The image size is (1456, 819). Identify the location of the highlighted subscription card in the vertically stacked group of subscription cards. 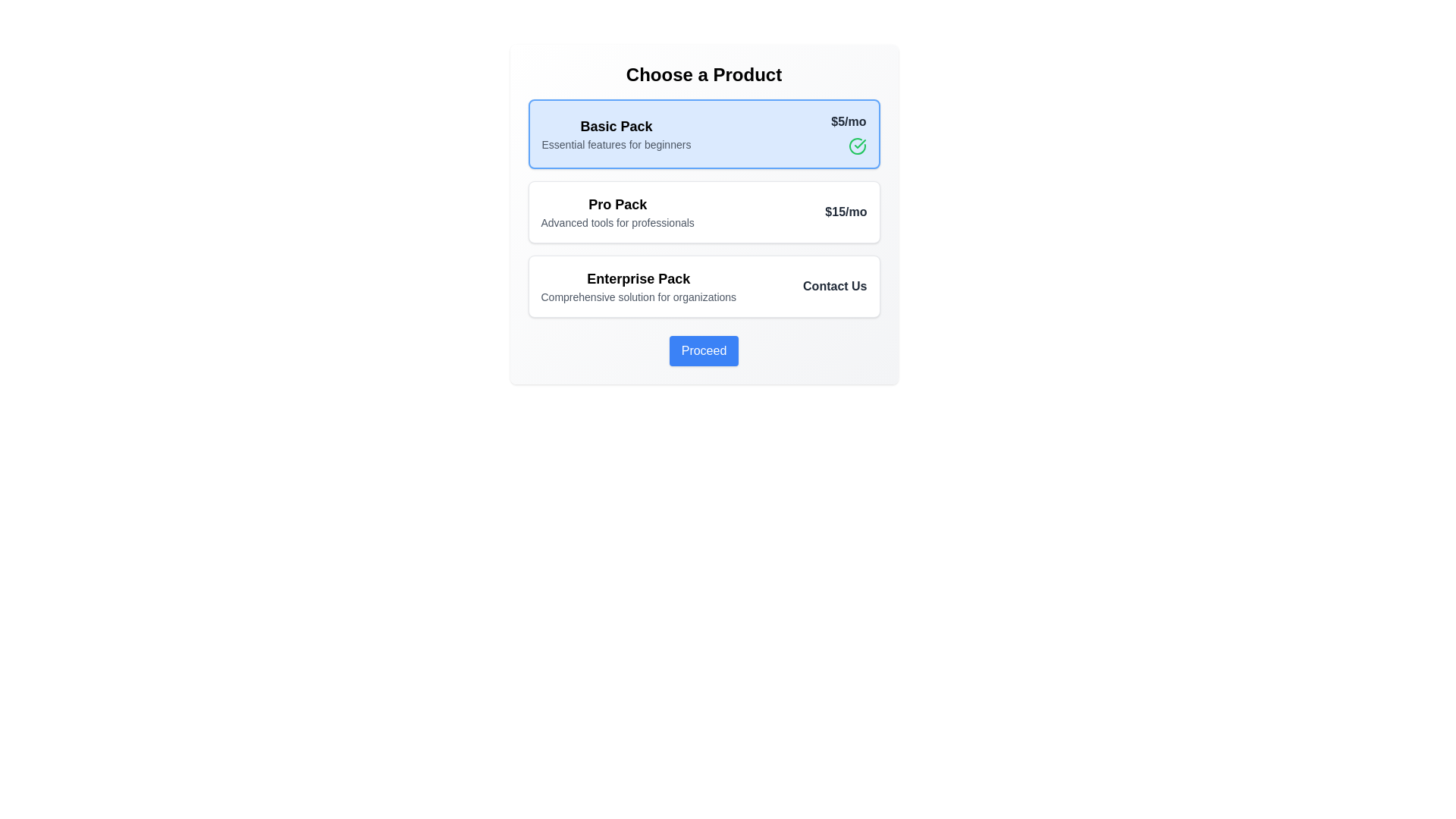
(703, 208).